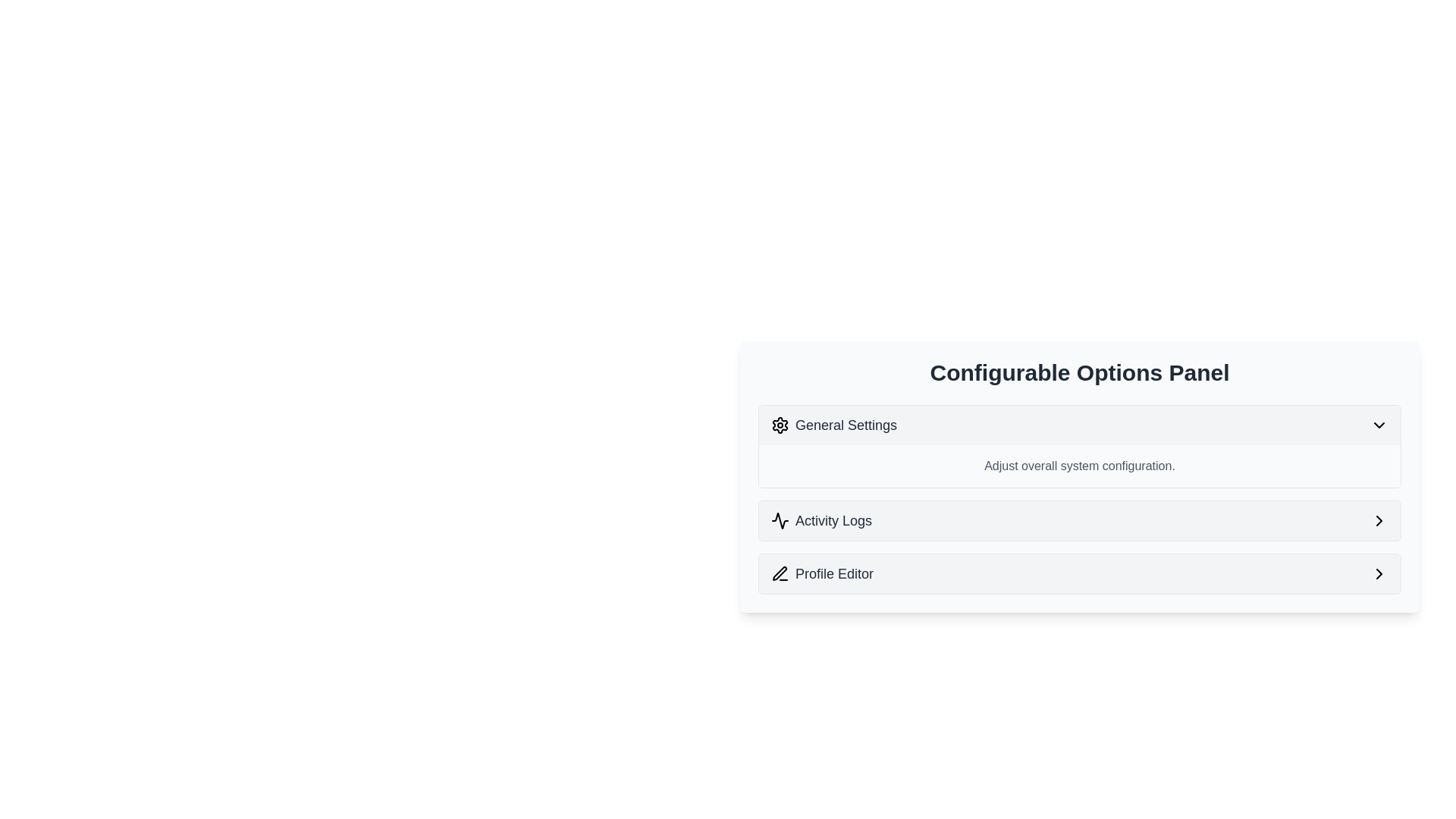  What do you see at coordinates (846, 425) in the screenshot?
I see `the 'General Settings' text label, which is displayed in medium-sized gray font within the 'Configurable Options Panel'` at bounding box center [846, 425].